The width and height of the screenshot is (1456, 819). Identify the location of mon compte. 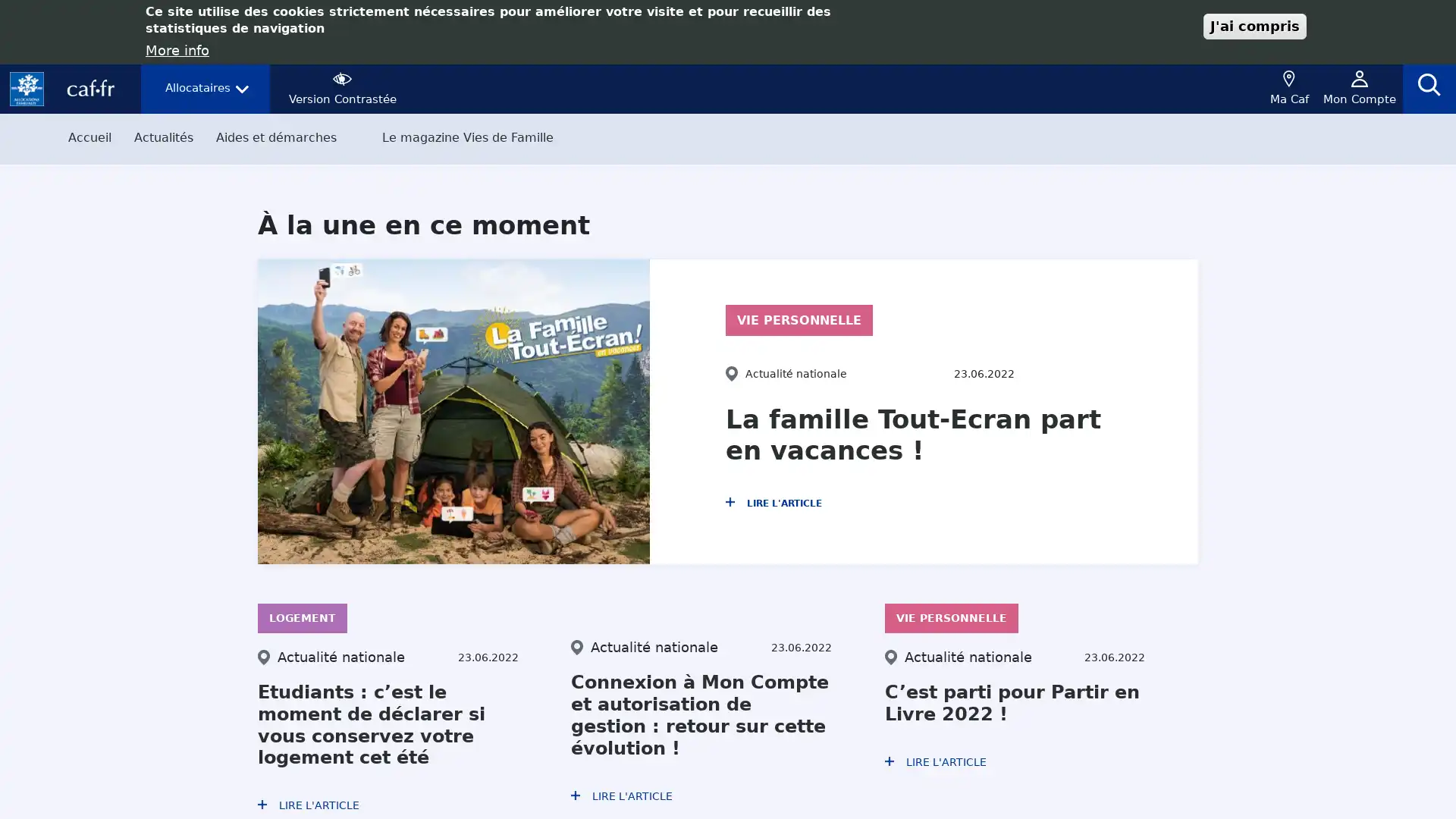
(1359, 88).